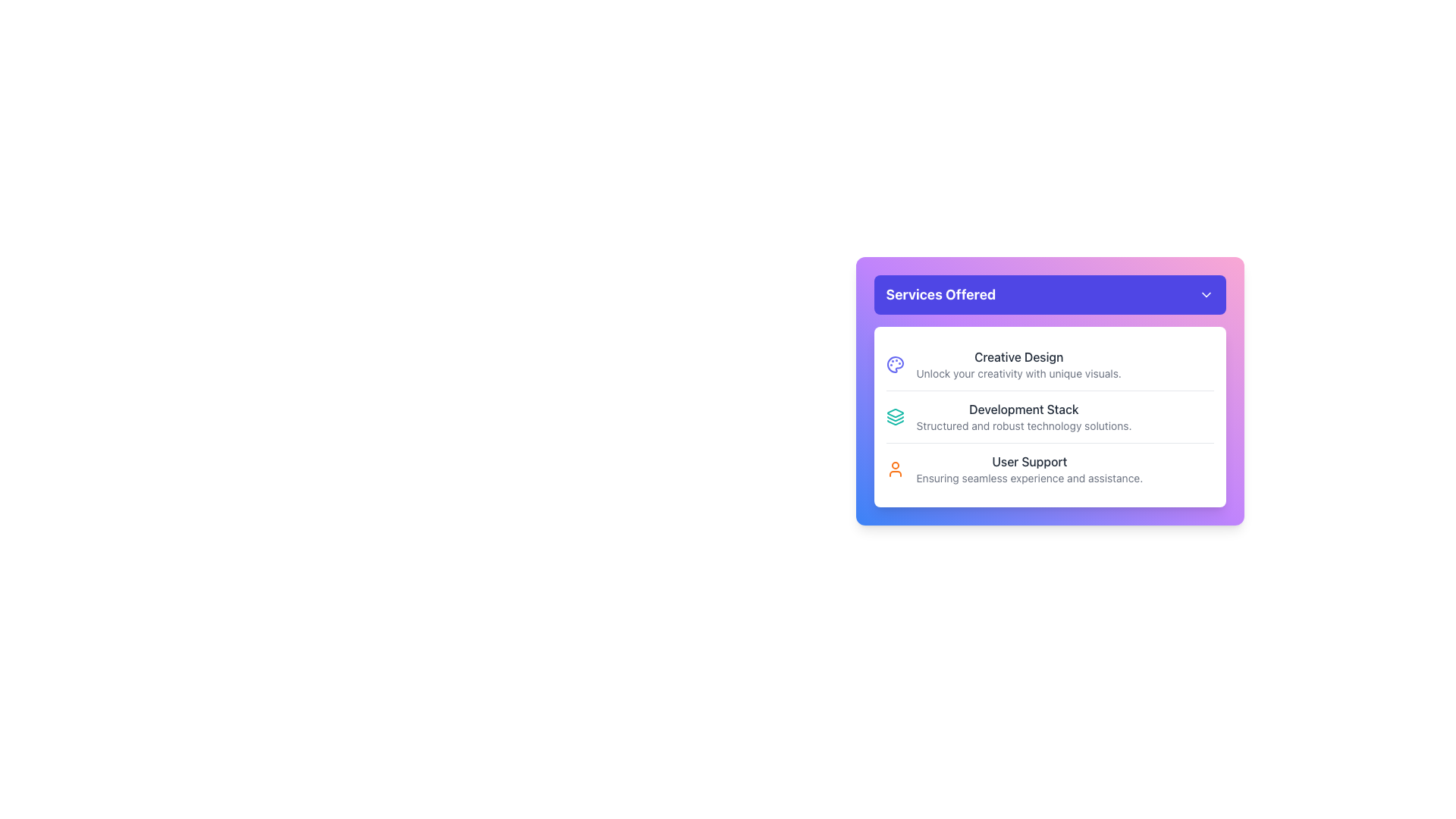 This screenshot has height=819, width=1456. What do you see at coordinates (1024, 417) in the screenshot?
I see `text from the Text Block titled 'Development Stack' which is the second item under 'Services Offered', displaying a subtitle about technology solutions` at bounding box center [1024, 417].